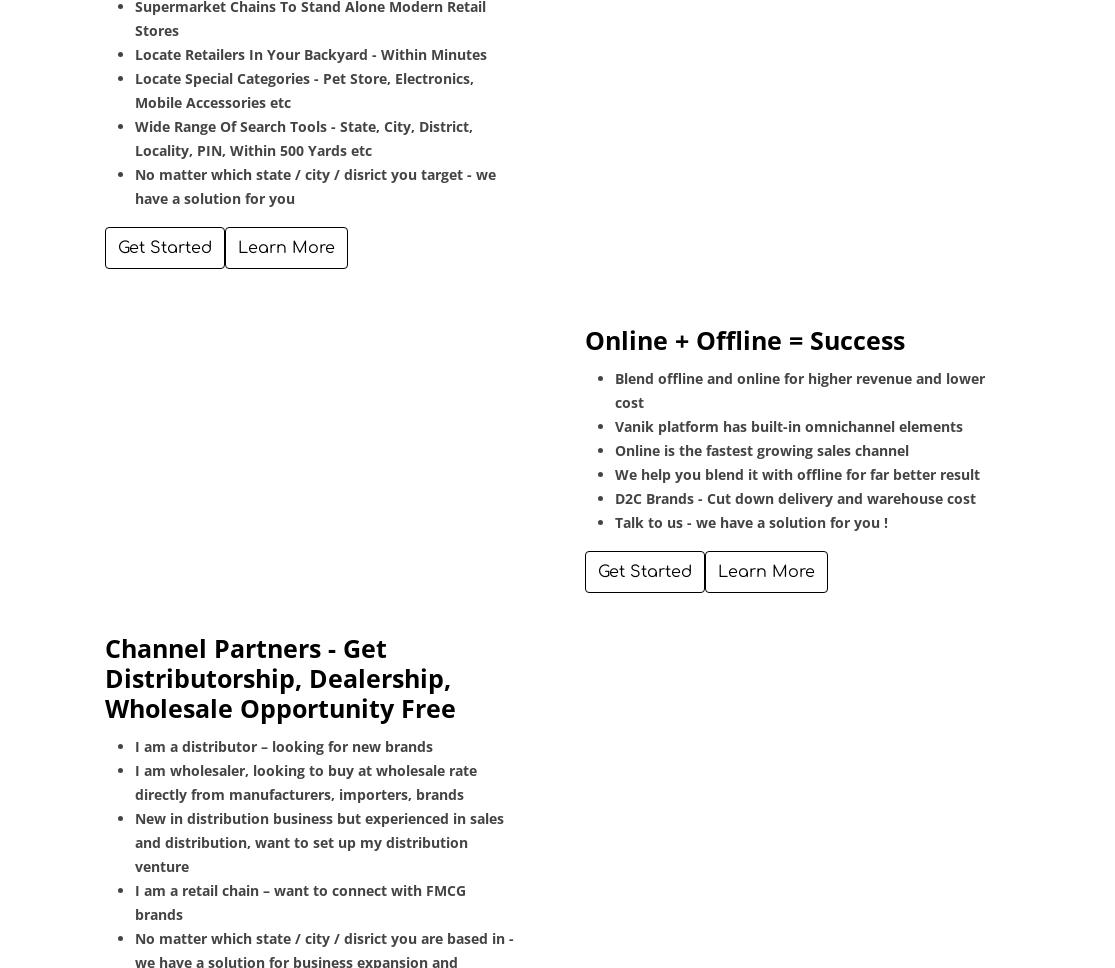 Image resolution: width=1115 pixels, height=968 pixels. Describe the element at coordinates (614, 472) in the screenshot. I see `'We help you blend it with offline for far better result'` at that location.